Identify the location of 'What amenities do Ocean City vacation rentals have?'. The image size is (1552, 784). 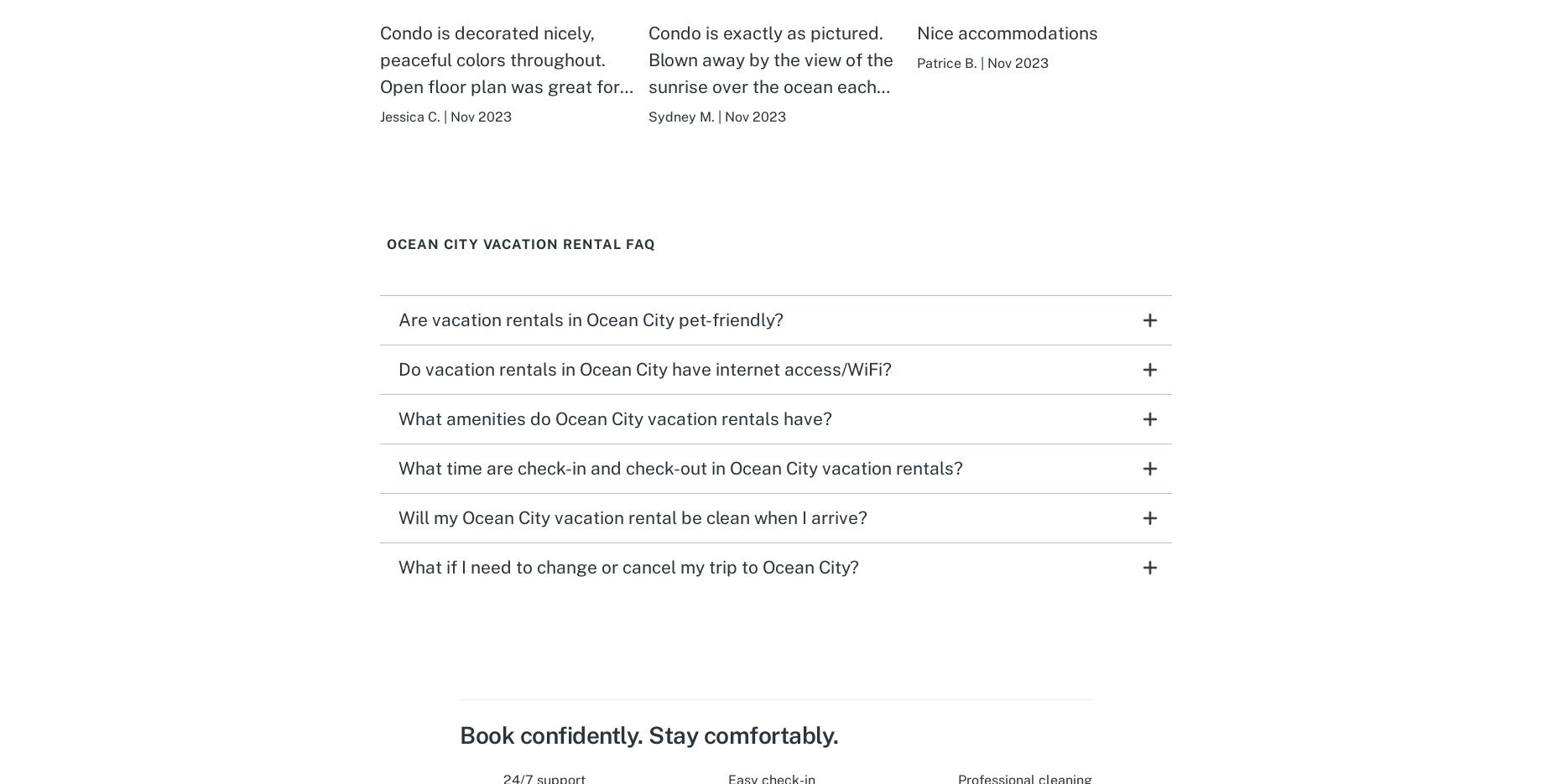
(398, 418).